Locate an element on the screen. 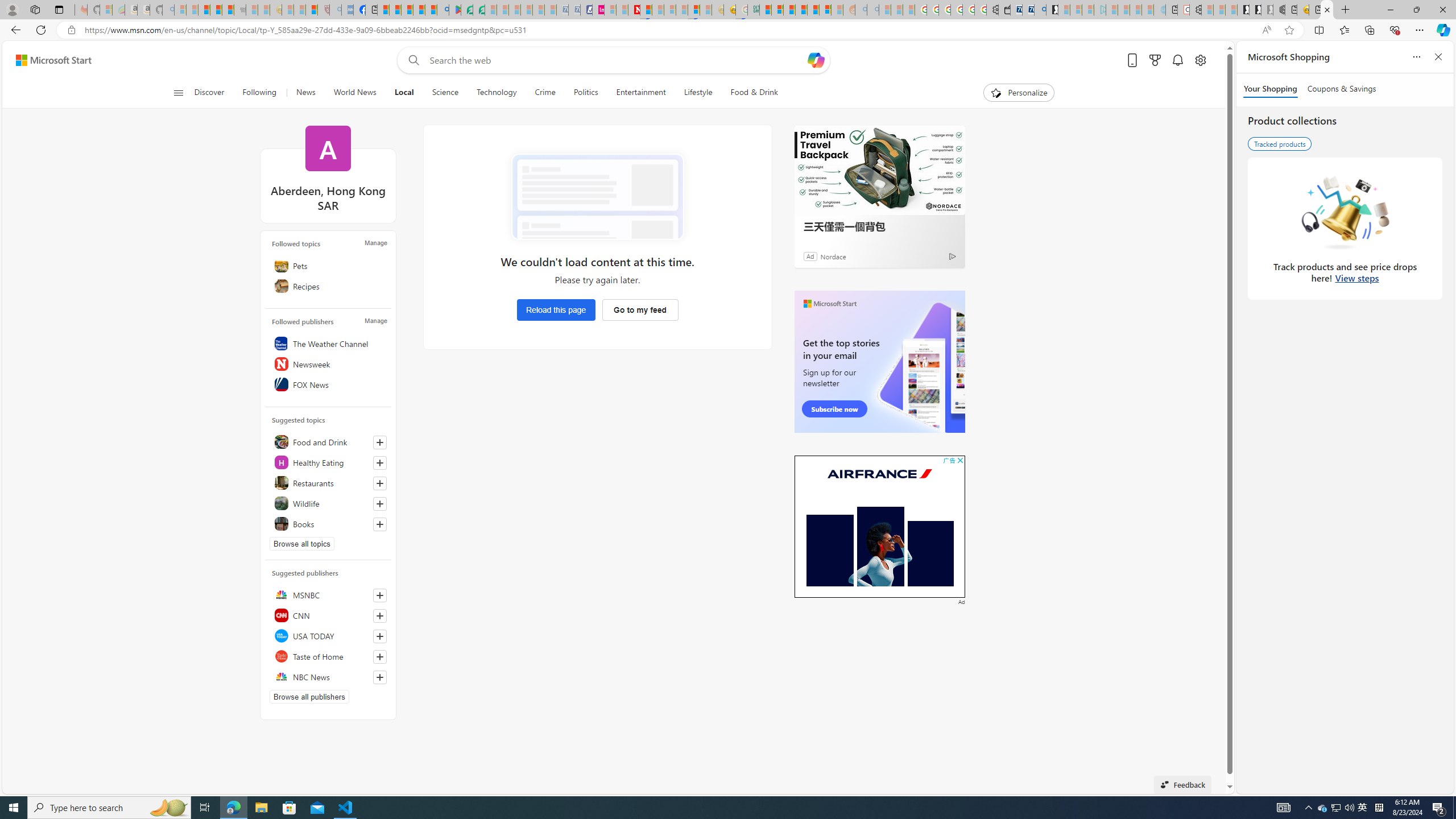  'Restaurants' is located at coordinates (327, 482).